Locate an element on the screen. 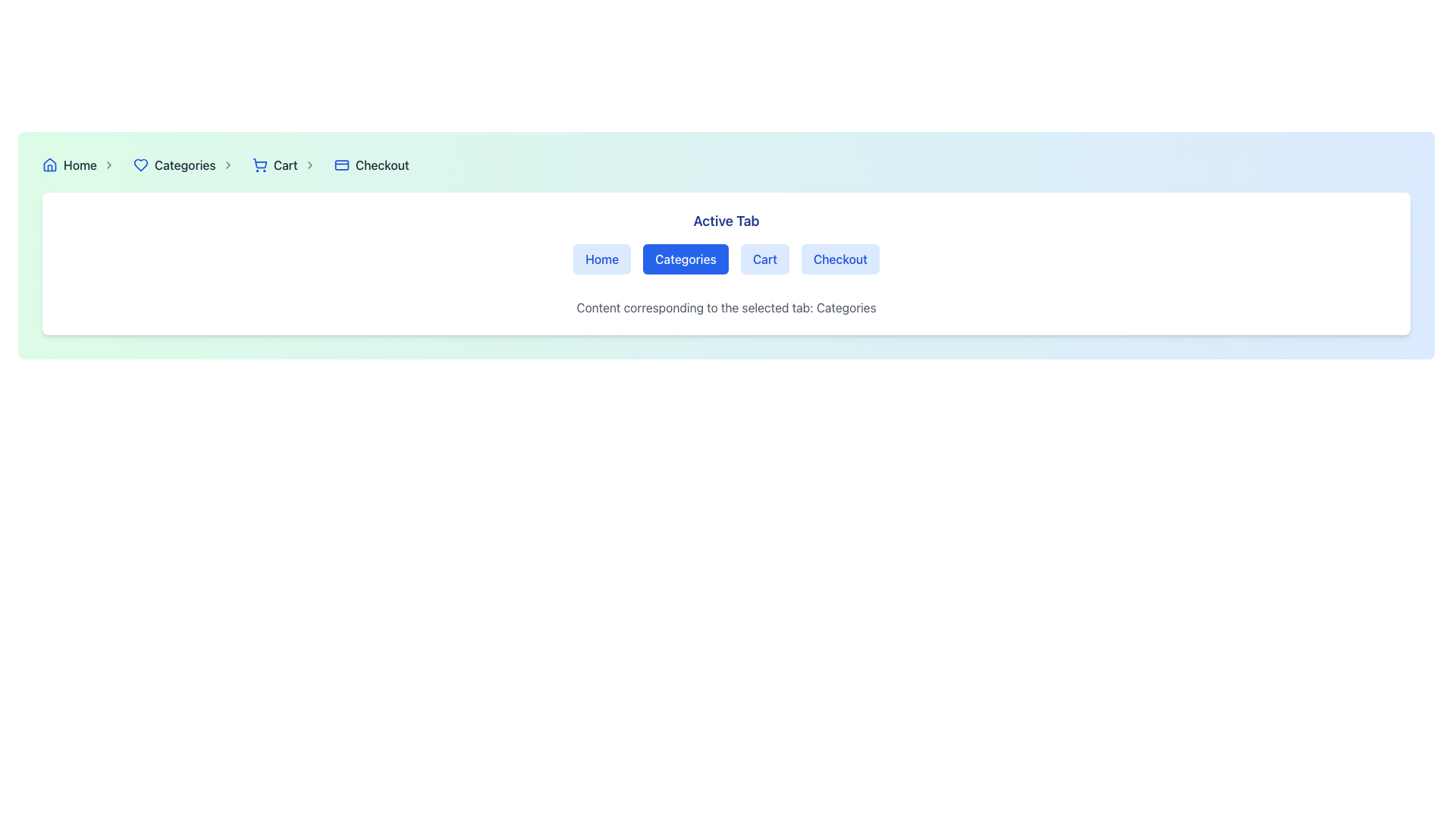 The image size is (1456, 819). the 'Checkout' button, which is a rectangular button with a blue background and text, located is located at coordinates (839, 259).